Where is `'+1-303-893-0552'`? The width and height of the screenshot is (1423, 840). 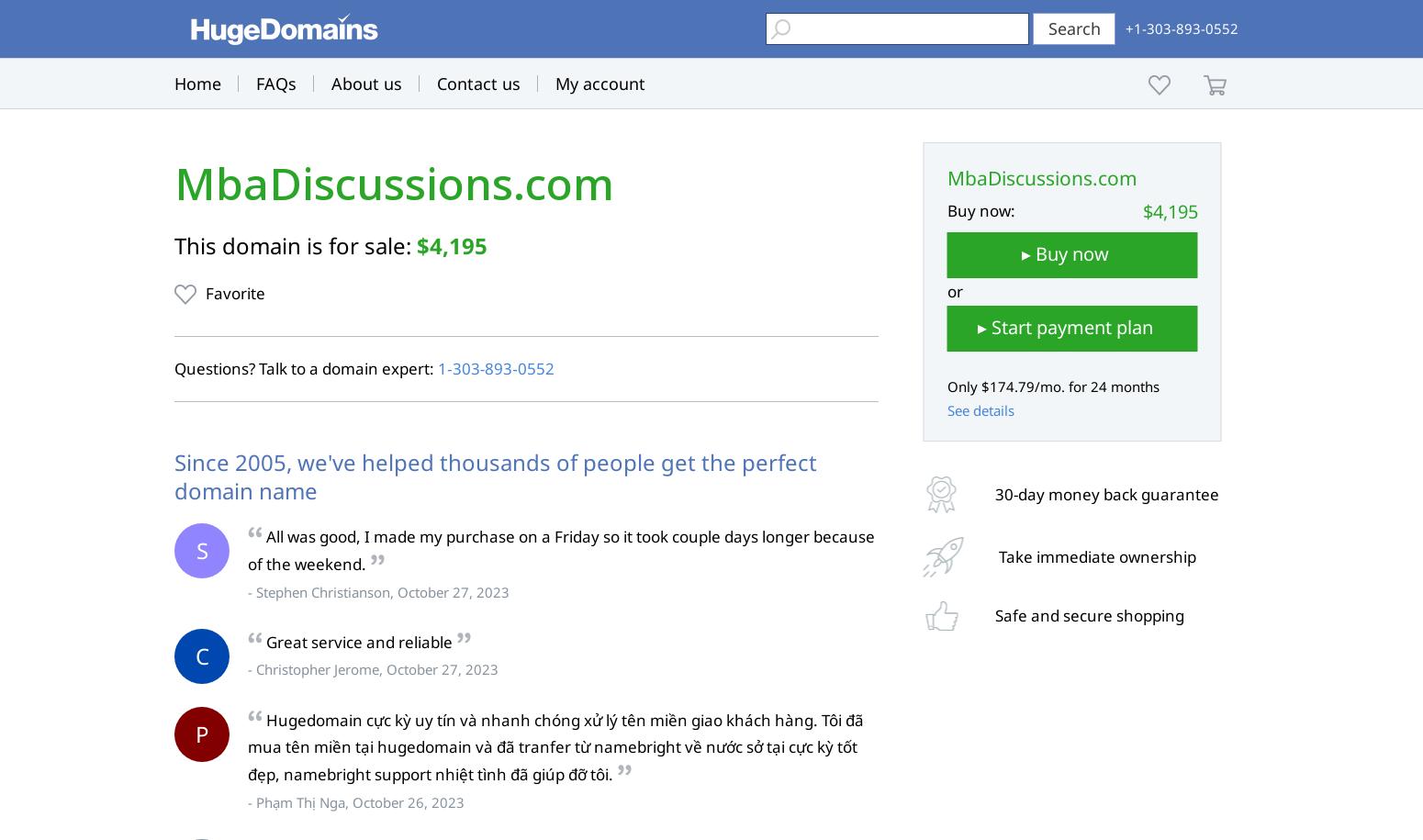 '+1-303-893-0552' is located at coordinates (1181, 28).